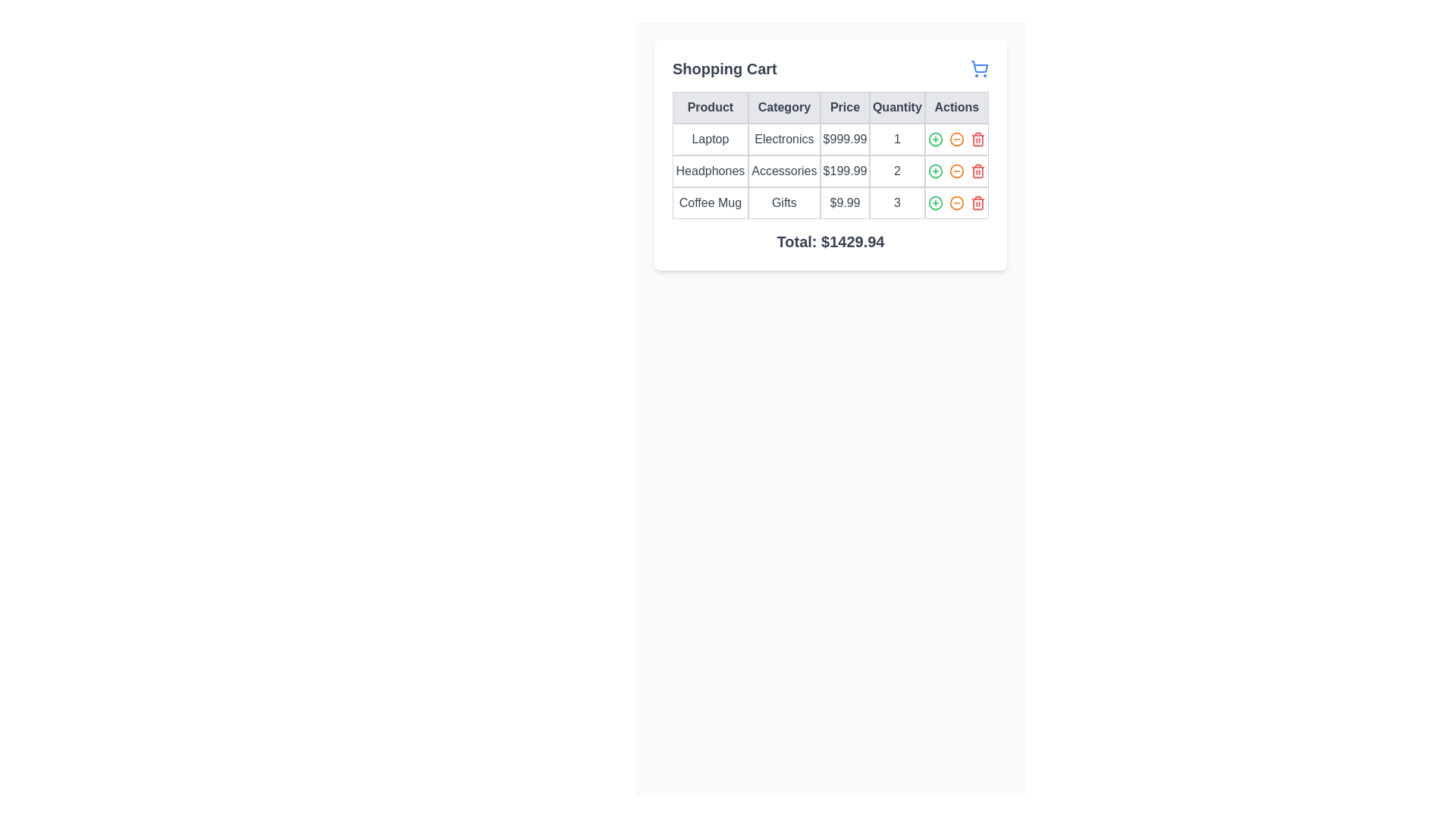 The height and width of the screenshot is (819, 1456). Describe the element at coordinates (934, 140) in the screenshot. I see `the circular green outlined button with a plus sign (+) in the first row of the 'Actions' column corresponding to the 'Laptop' product` at that location.